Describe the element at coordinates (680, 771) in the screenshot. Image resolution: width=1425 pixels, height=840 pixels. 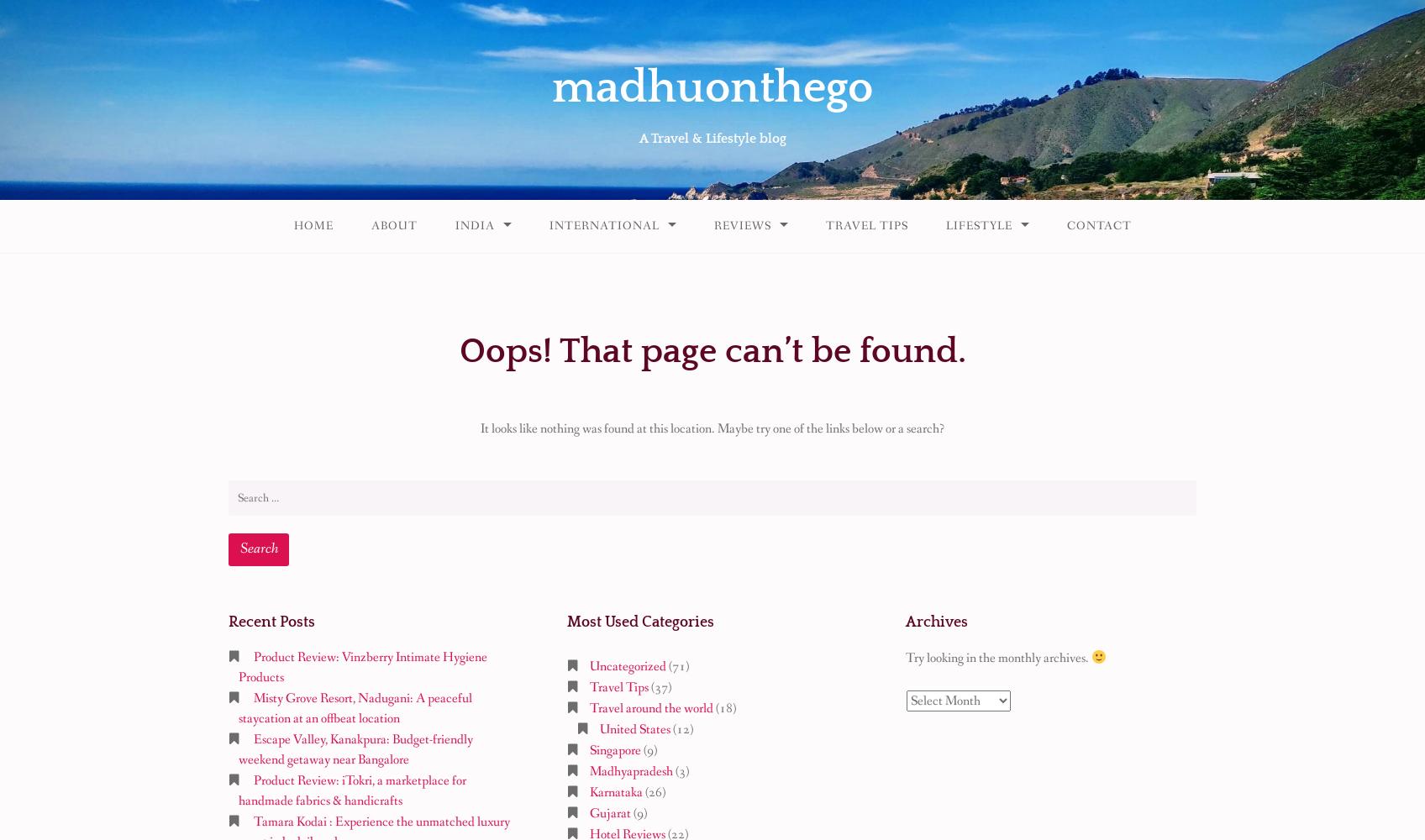
I see `'(3)'` at that location.